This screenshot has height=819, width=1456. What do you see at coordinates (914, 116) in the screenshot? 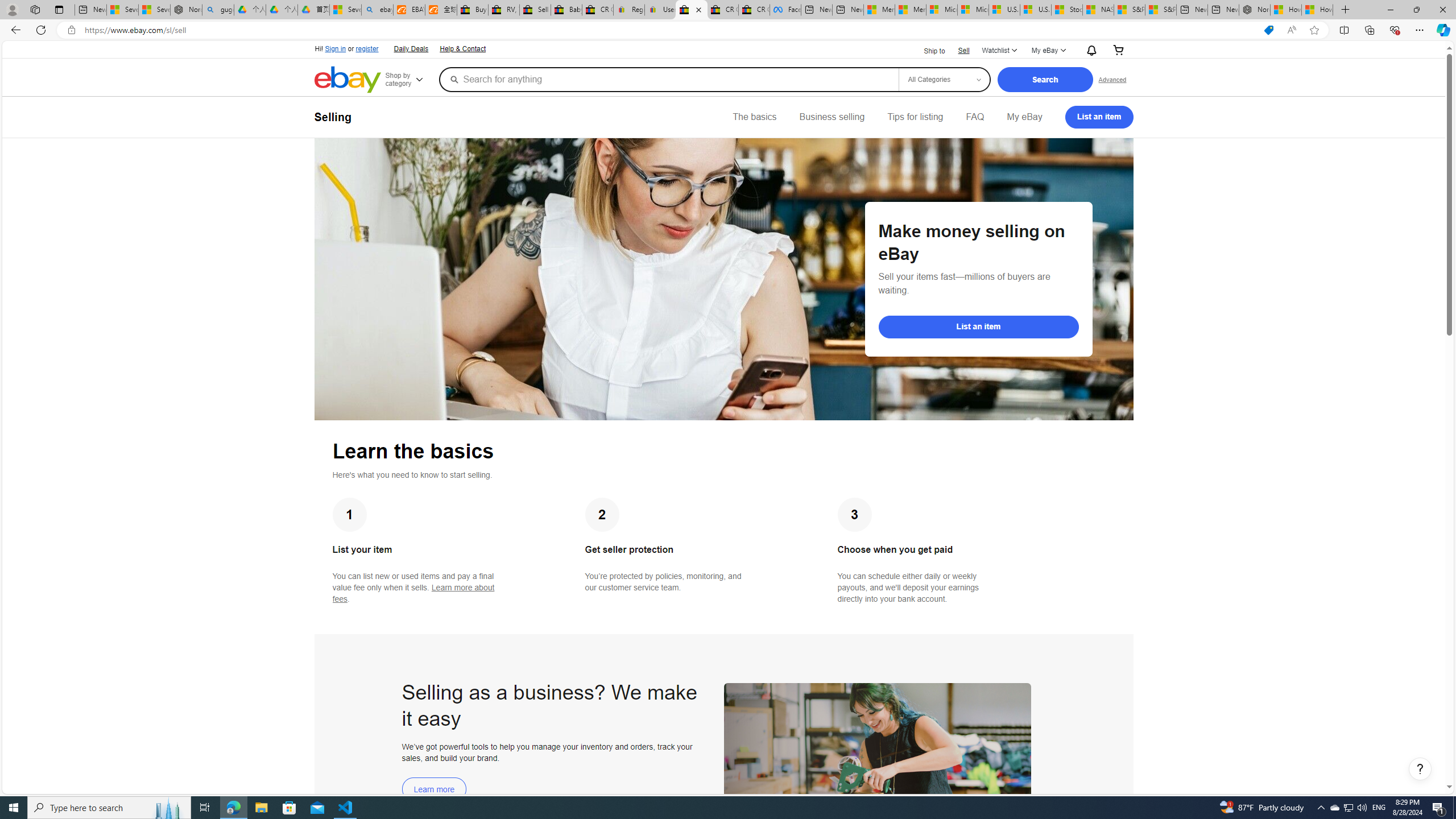
I see `'Tips for listing'` at bounding box center [914, 116].